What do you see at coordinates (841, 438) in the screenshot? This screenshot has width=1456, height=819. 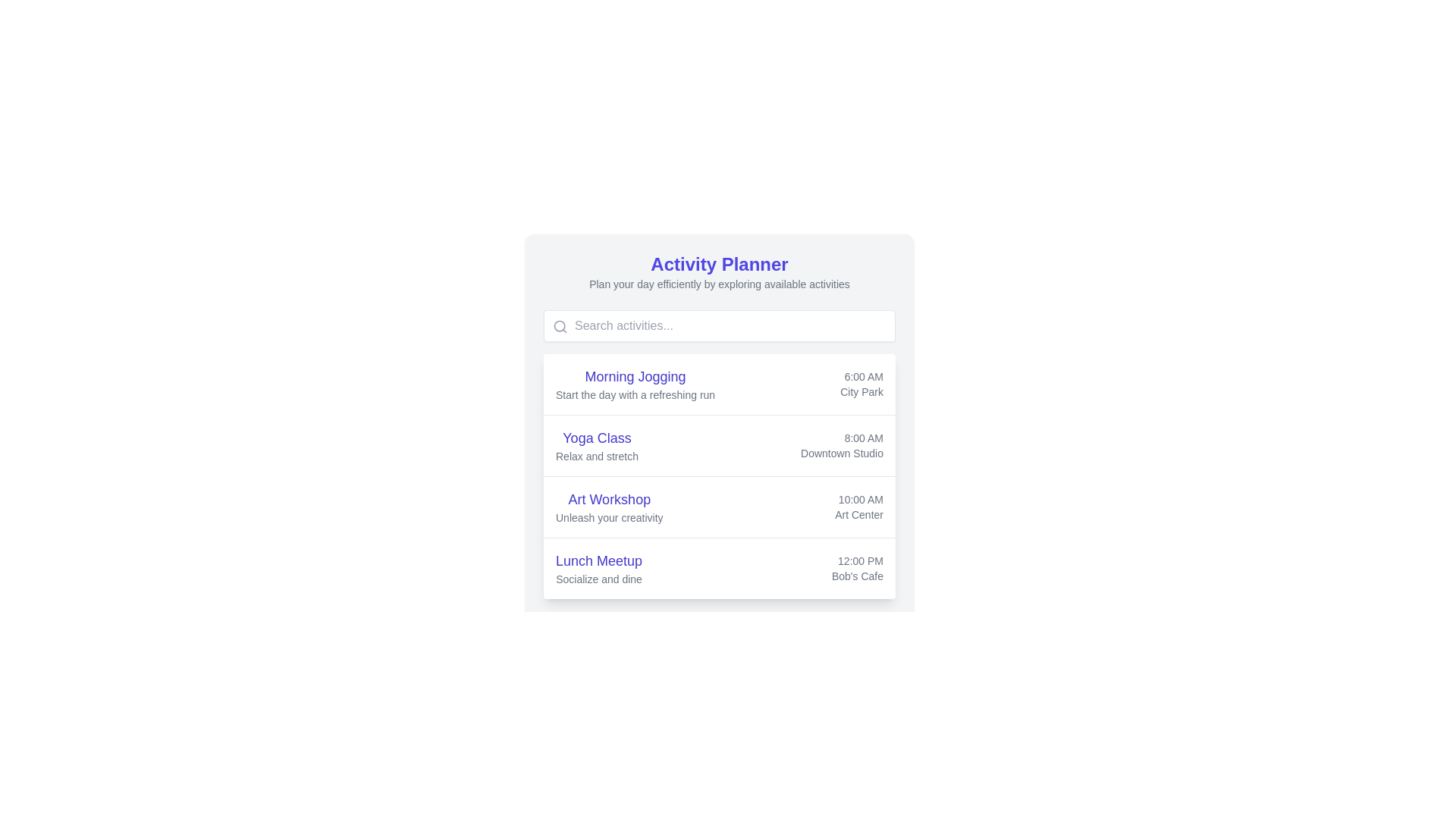 I see `the text label displaying '8:00 AM' in a light-gray font, located in the second row of the activity list, next to 'Yoga Class.'` at bounding box center [841, 438].